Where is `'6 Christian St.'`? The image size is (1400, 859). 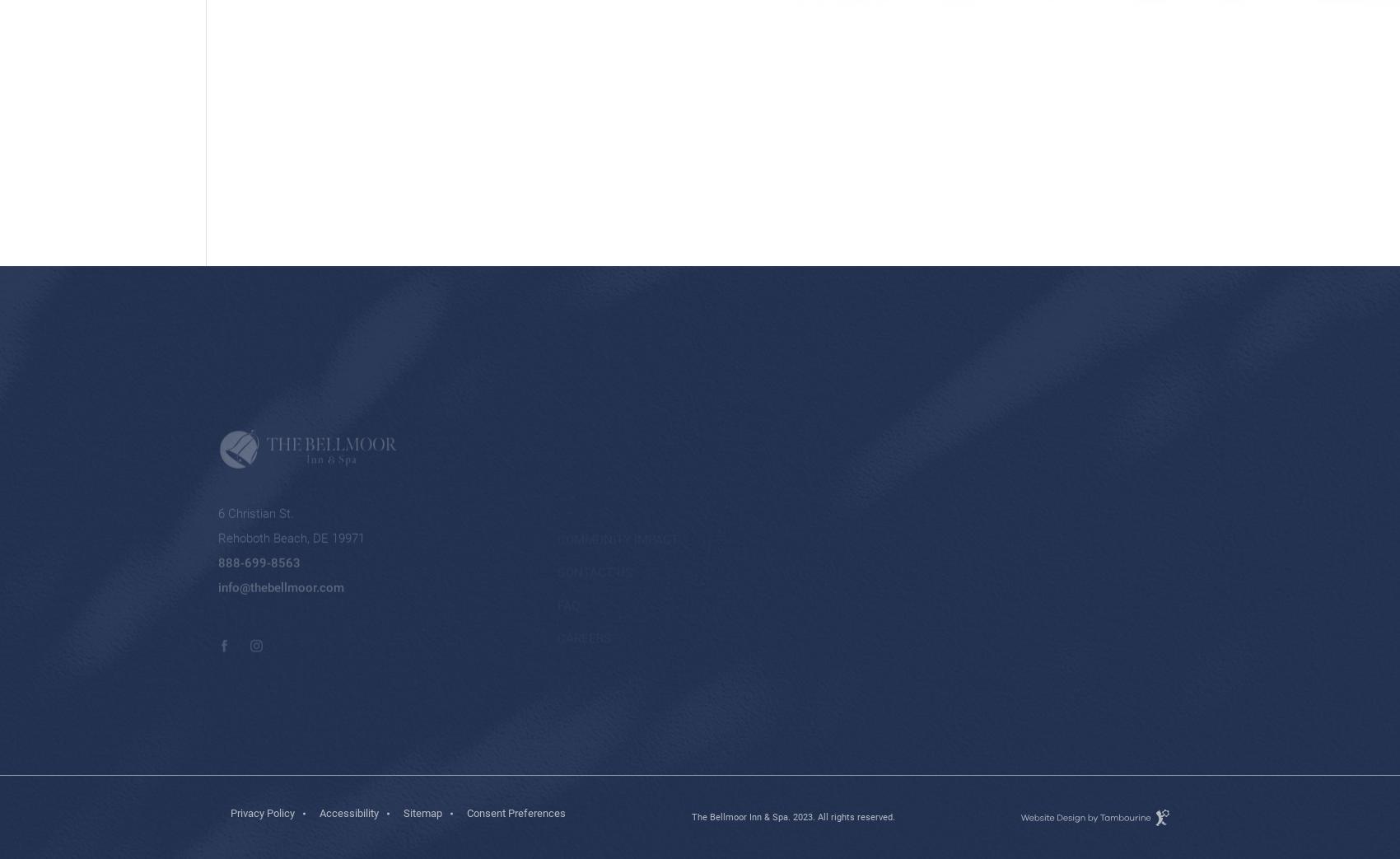
'6 Christian St.' is located at coordinates (255, 452).